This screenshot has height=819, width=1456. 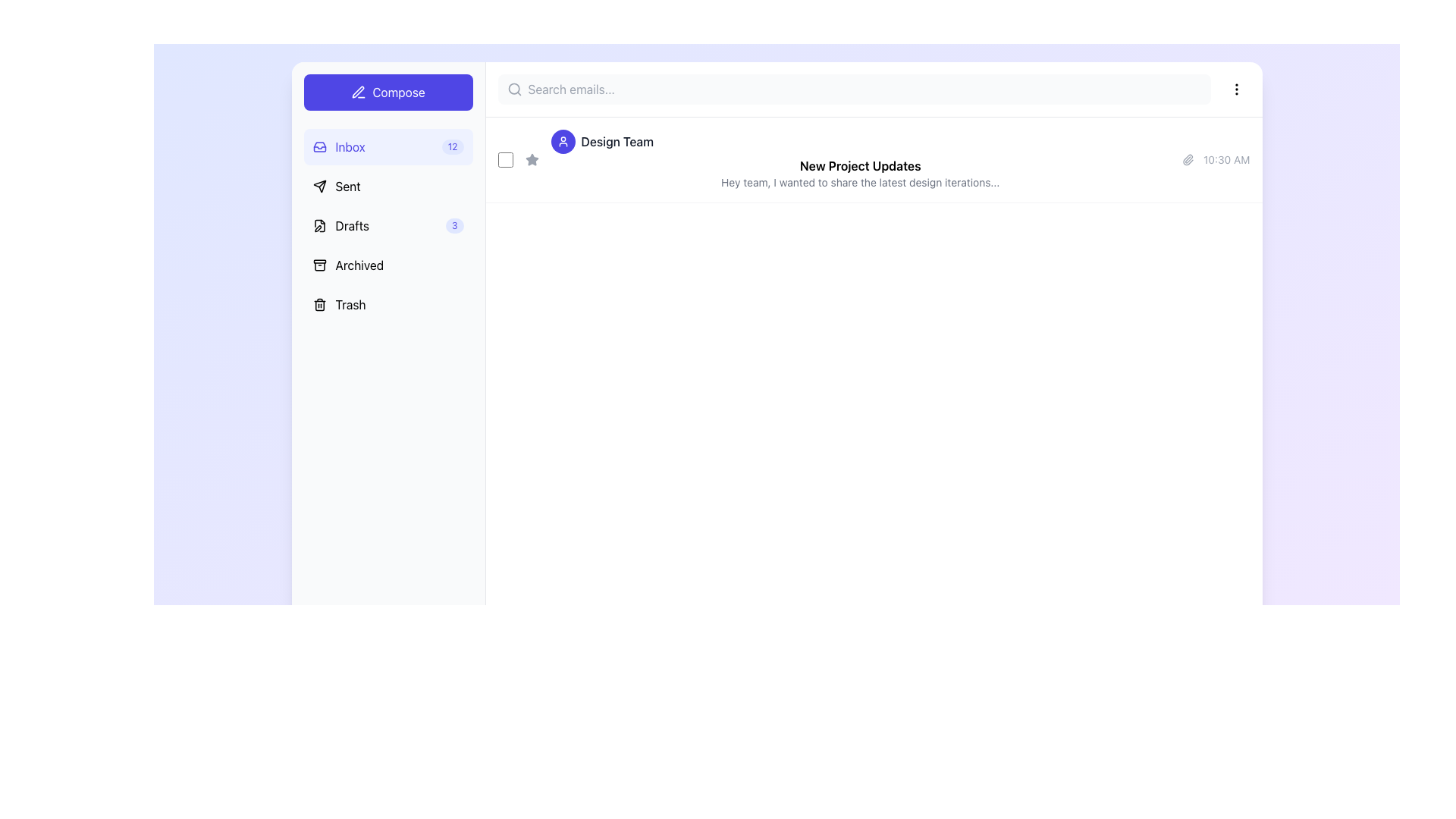 What do you see at coordinates (388, 225) in the screenshot?
I see `the Navigation menu item located` at bounding box center [388, 225].